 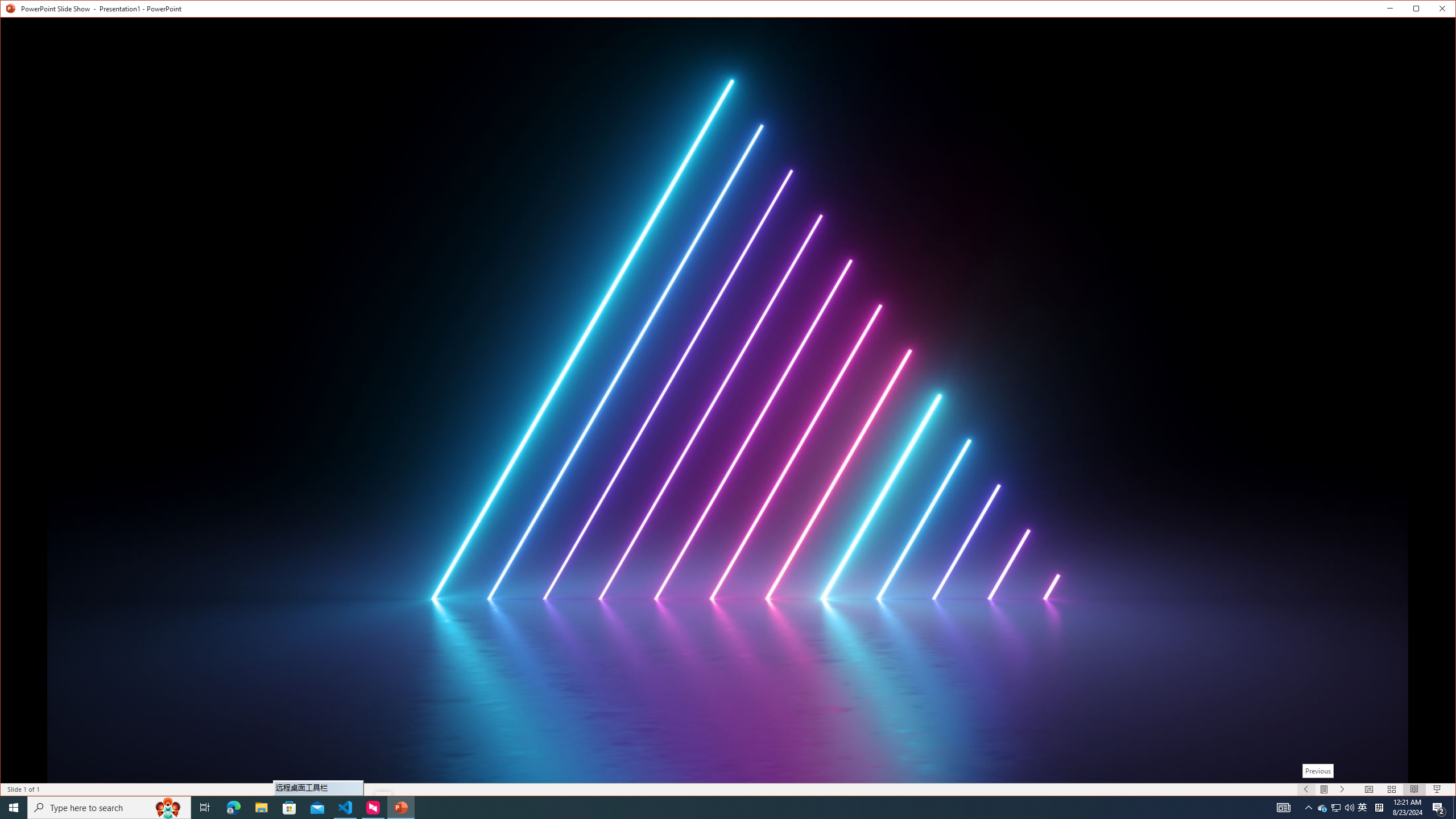 What do you see at coordinates (1335, 806) in the screenshot?
I see `'Slide Show Next On'` at bounding box center [1335, 806].